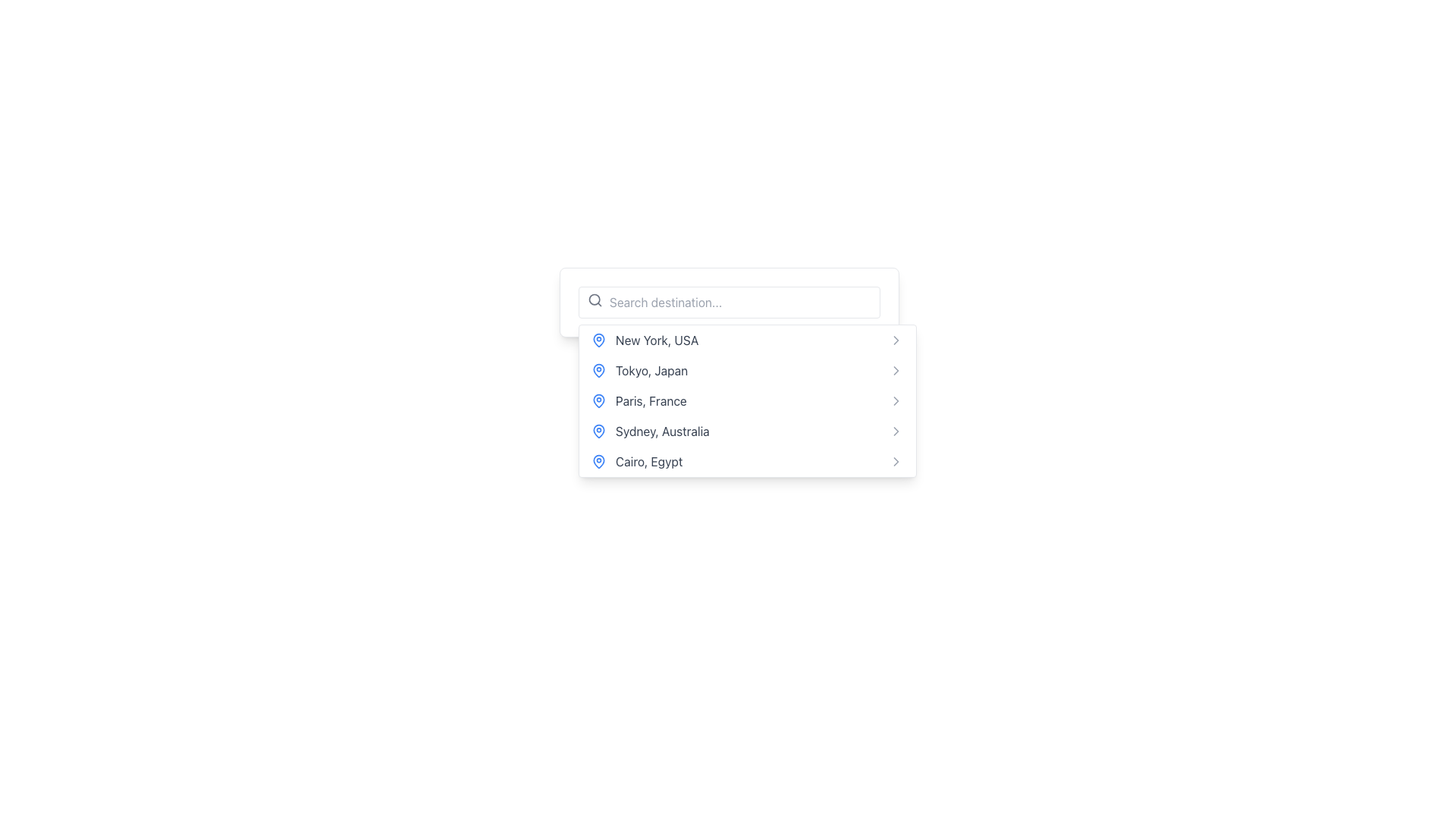  What do you see at coordinates (747, 371) in the screenshot?
I see `the second item in the dropdown menu, which is the selectable option for 'Tokyo, Japan'` at bounding box center [747, 371].